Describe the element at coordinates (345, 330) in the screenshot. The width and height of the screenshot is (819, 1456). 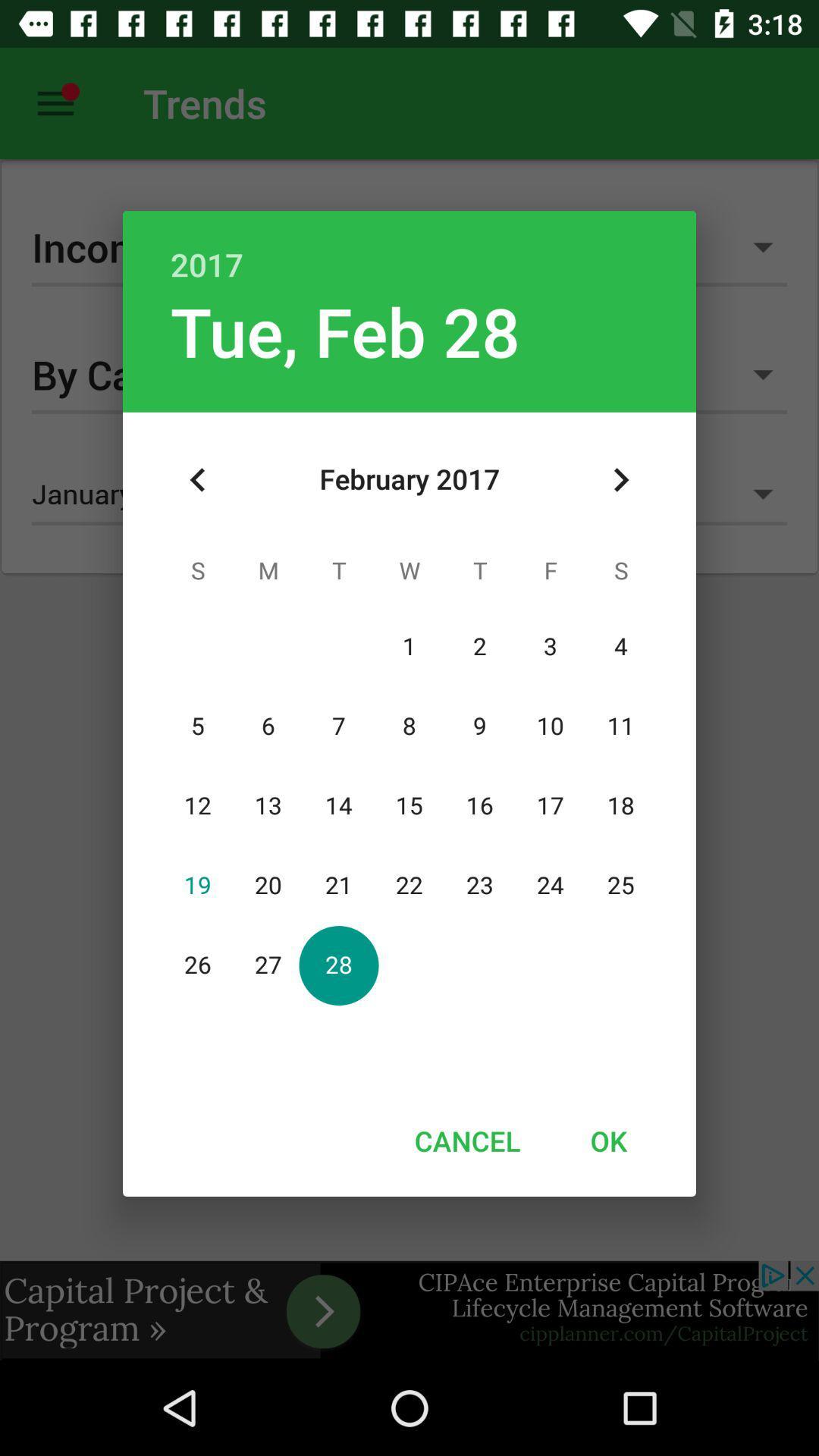
I see `tue, feb 28` at that location.